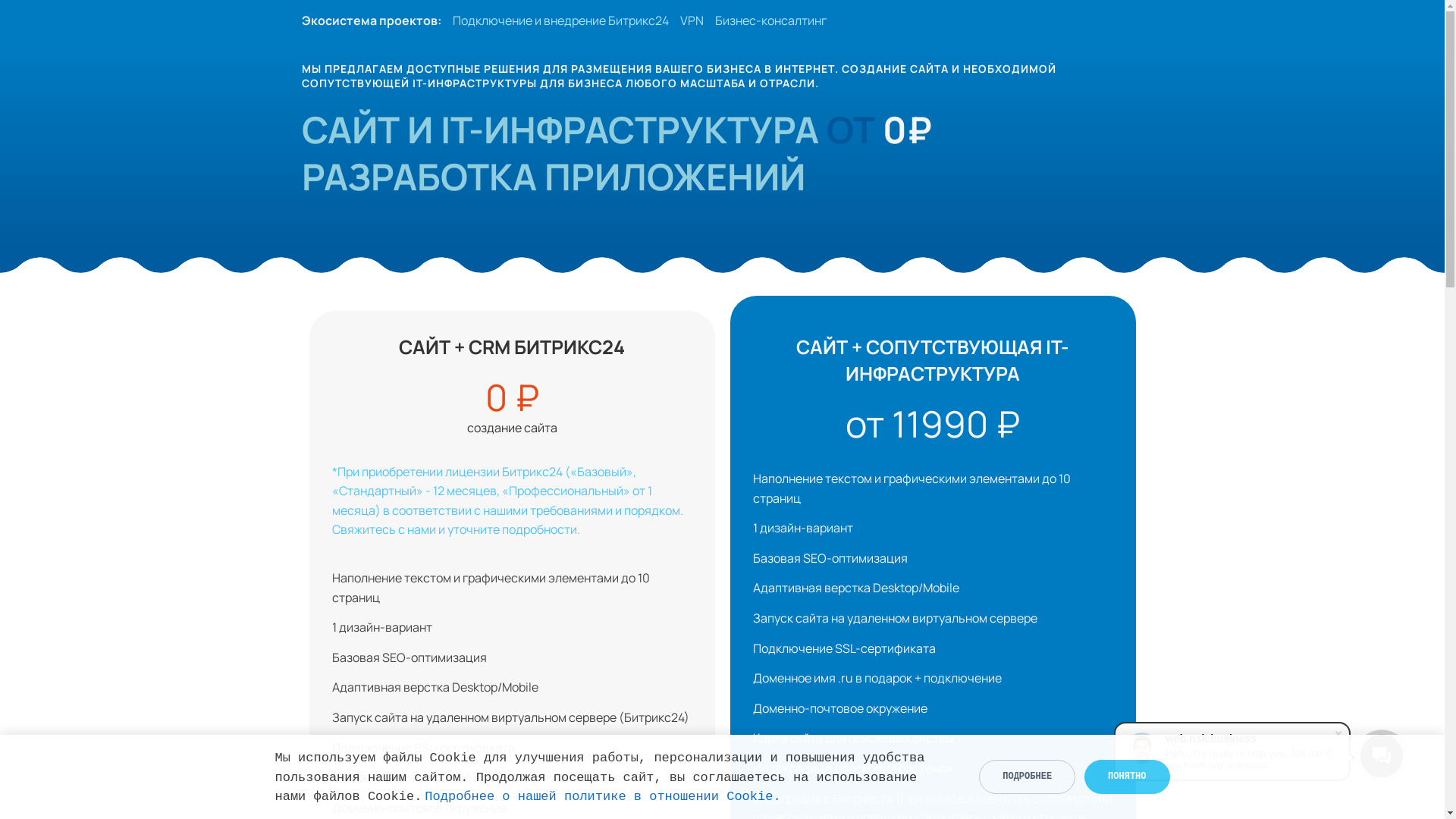  What do you see at coordinates (690, 20) in the screenshot?
I see `'VPN'` at bounding box center [690, 20].